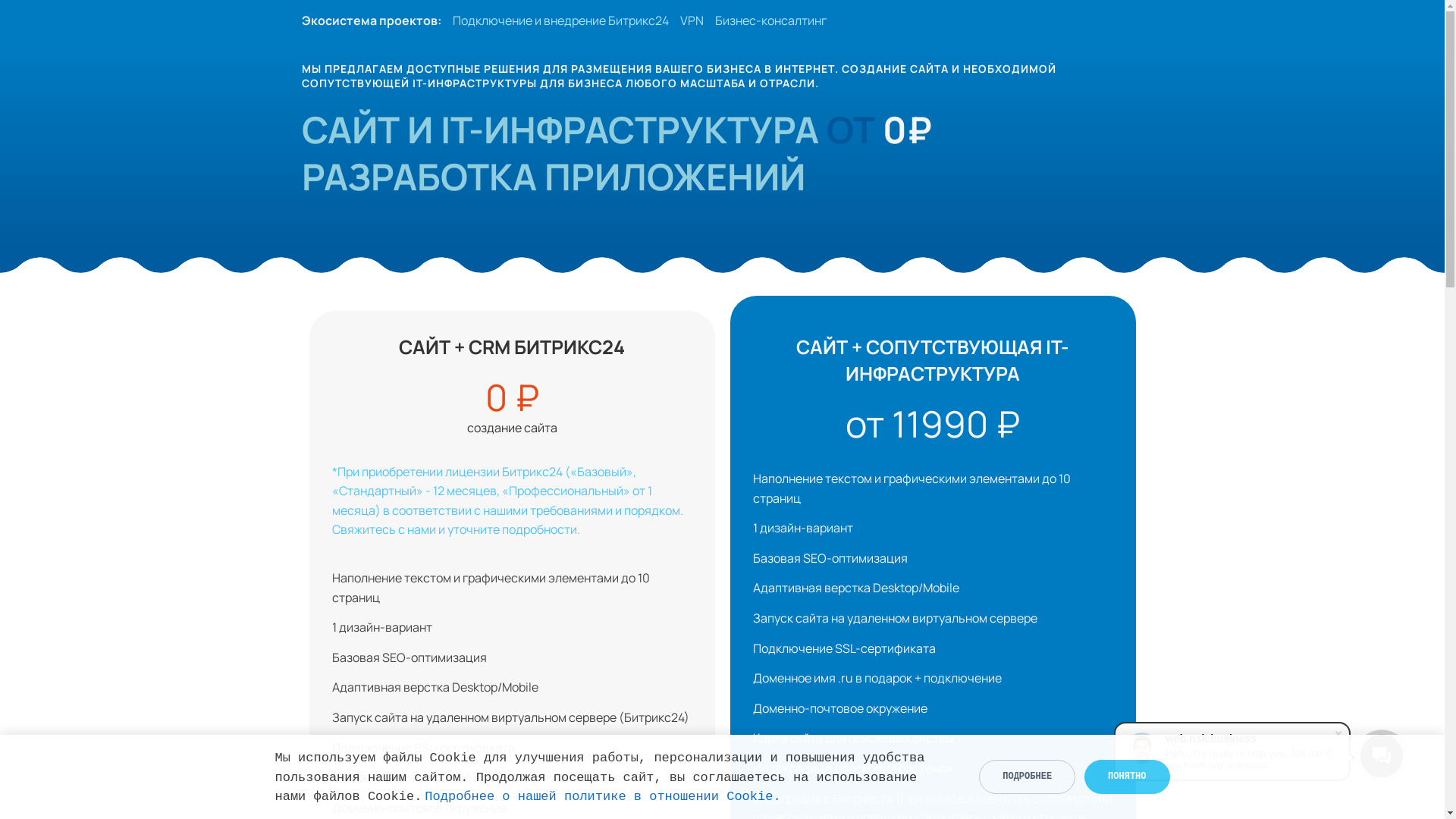  What do you see at coordinates (690, 20) in the screenshot?
I see `'VPN'` at bounding box center [690, 20].